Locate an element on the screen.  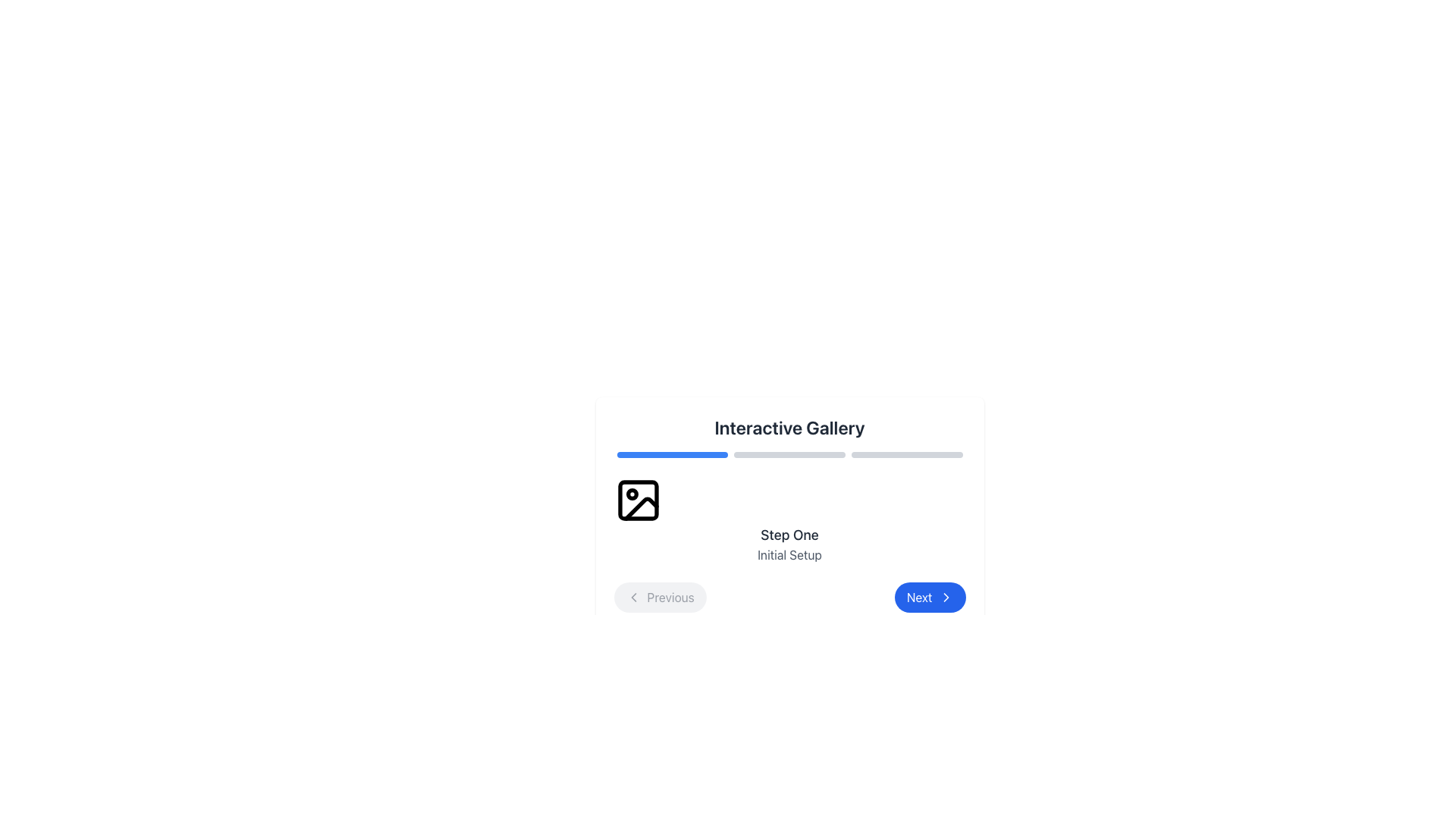
the second segment of the progress indicator, which is located just below the 'Interactive Gallery' header and between the first blue segment and the third gray segment is located at coordinates (789, 454).